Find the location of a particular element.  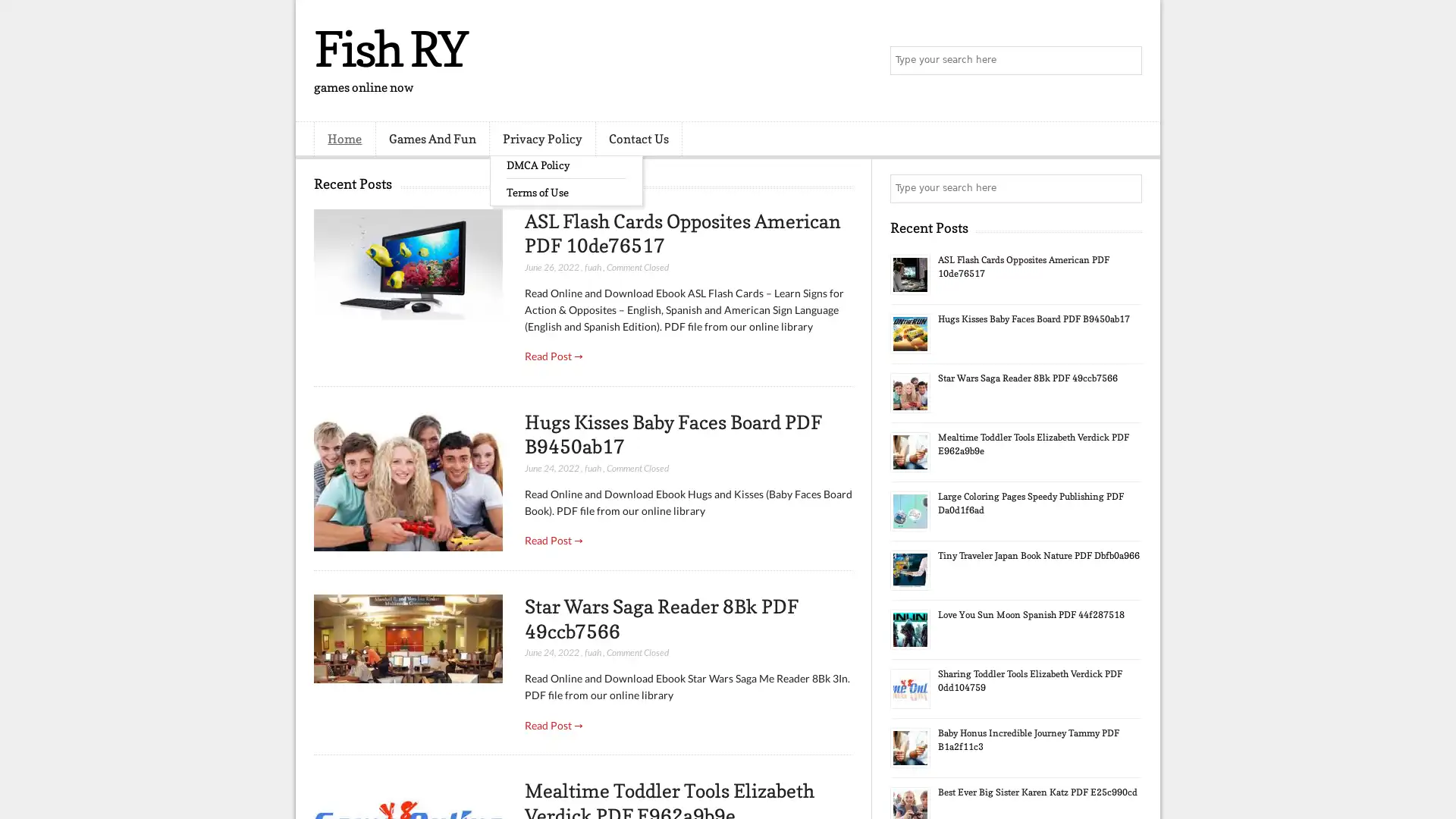

Search is located at coordinates (1126, 188).